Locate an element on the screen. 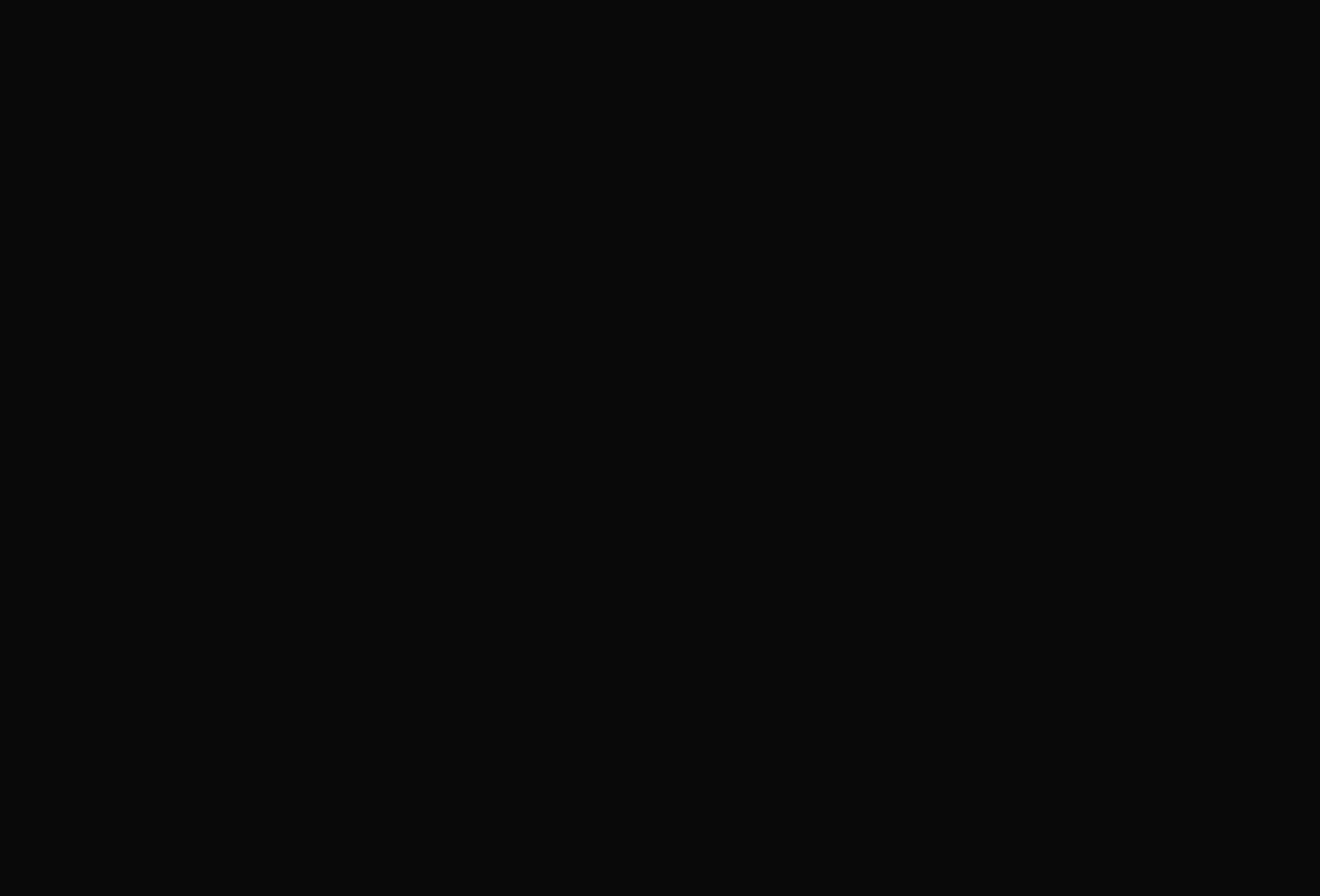 The width and height of the screenshot is (1320, 896). '. All rights reserved.' is located at coordinates (334, 426).